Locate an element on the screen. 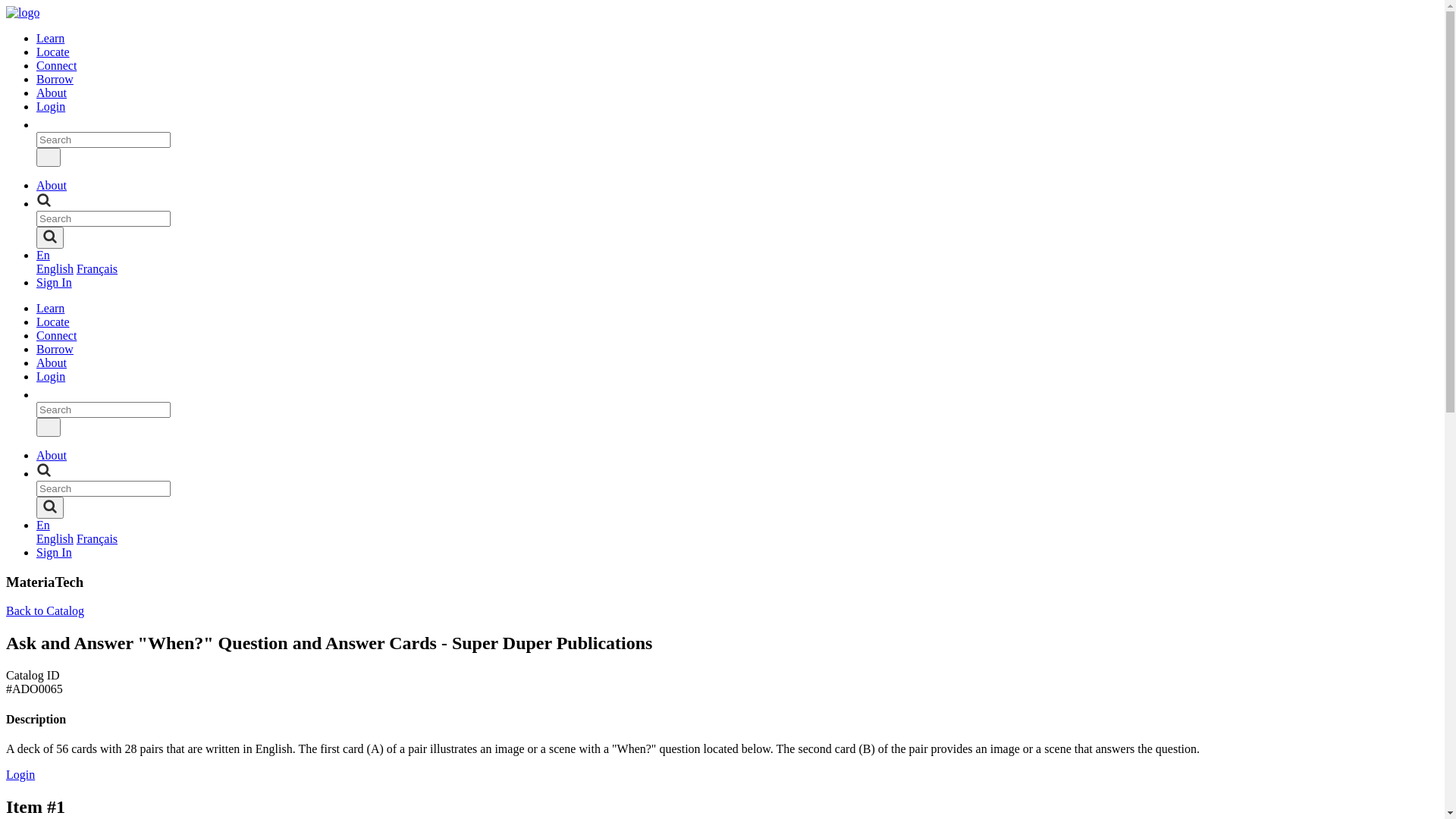 The width and height of the screenshot is (1456, 819). 'Connect' is located at coordinates (36, 334).